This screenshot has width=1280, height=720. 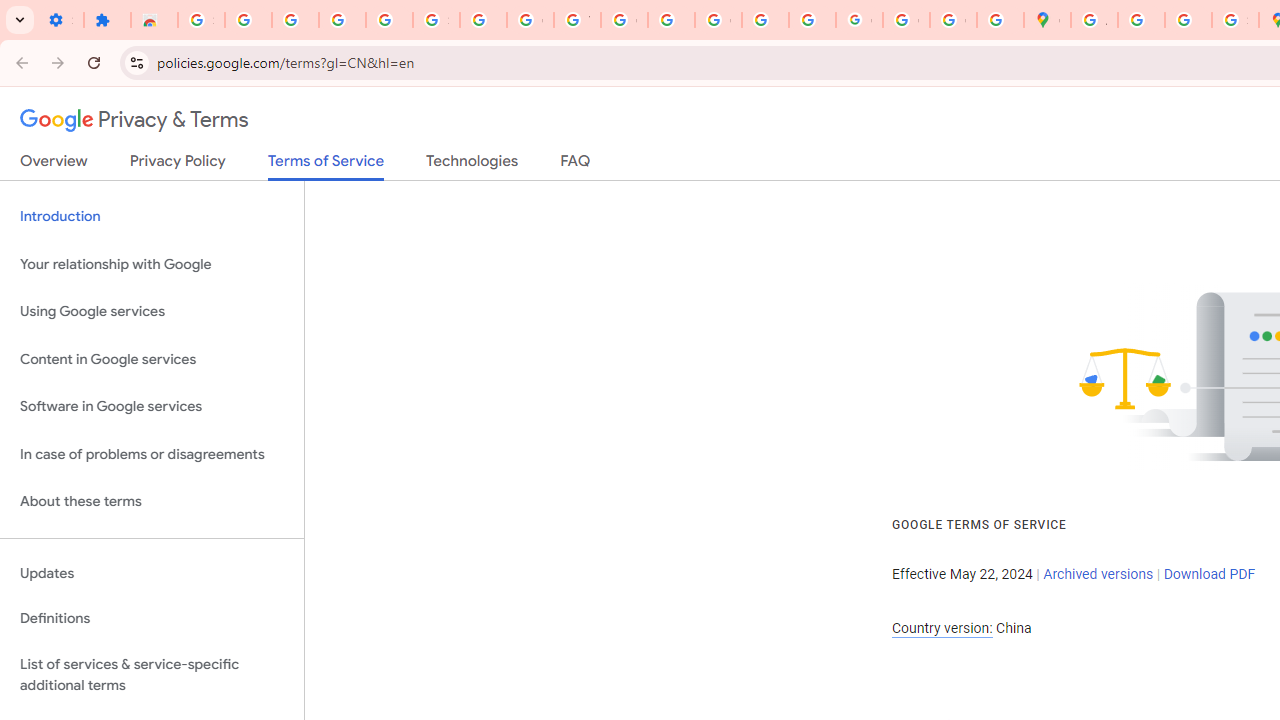 I want to click on 'Settings - On startup', so click(x=60, y=20).